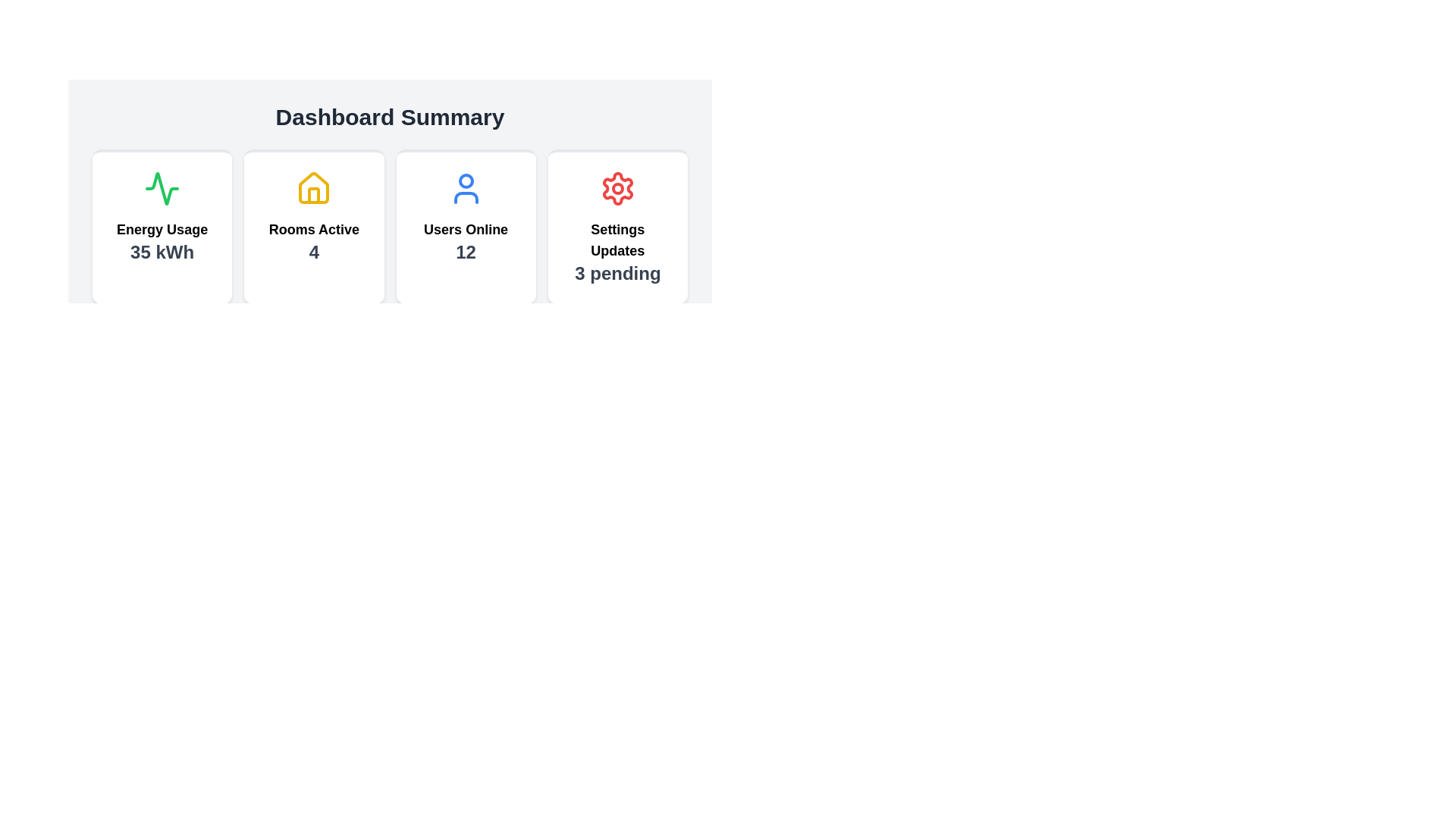 Image resolution: width=1456 pixels, height=819 pixels. What do you see at coordinates (162, 227) in the screenshot?
I see `the Information Card, which has a white background, rounded corners, a green waveform icon, and displays 'Energy Usage' in bold black and '35 kWh' in larger dark gray text` at bounding box center [162, 227].